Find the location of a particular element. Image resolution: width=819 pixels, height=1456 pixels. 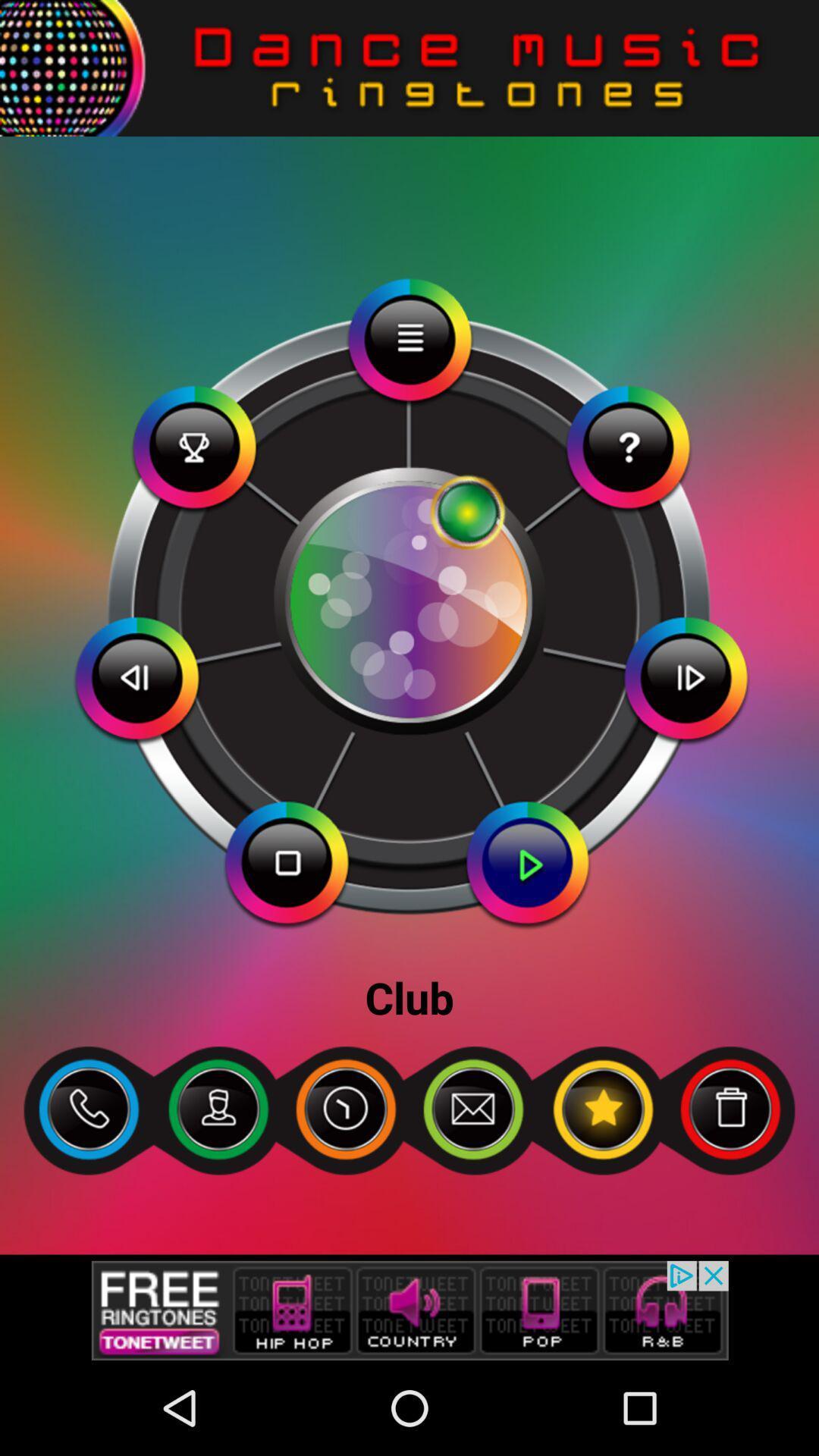

the star icon is located at coordinates (601, 1188).